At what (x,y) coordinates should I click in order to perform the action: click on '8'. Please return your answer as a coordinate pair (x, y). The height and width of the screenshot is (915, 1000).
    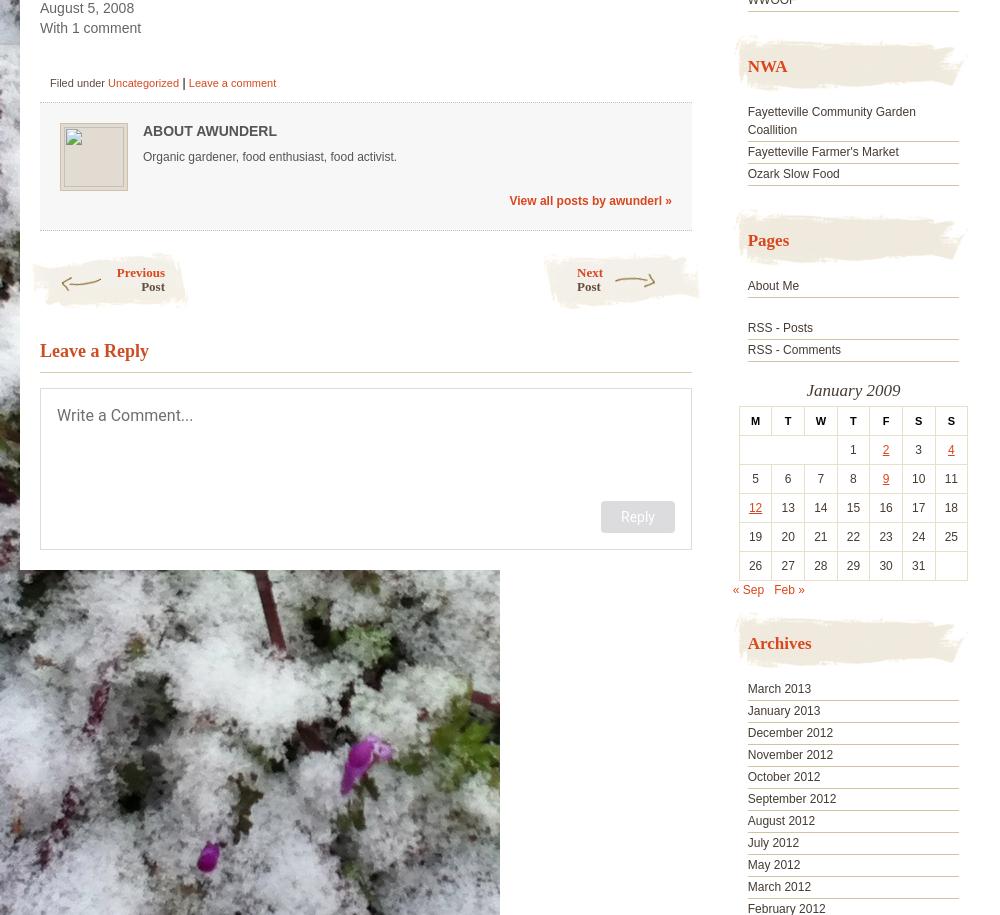
    Looking at the image, I should click on (852, 478).